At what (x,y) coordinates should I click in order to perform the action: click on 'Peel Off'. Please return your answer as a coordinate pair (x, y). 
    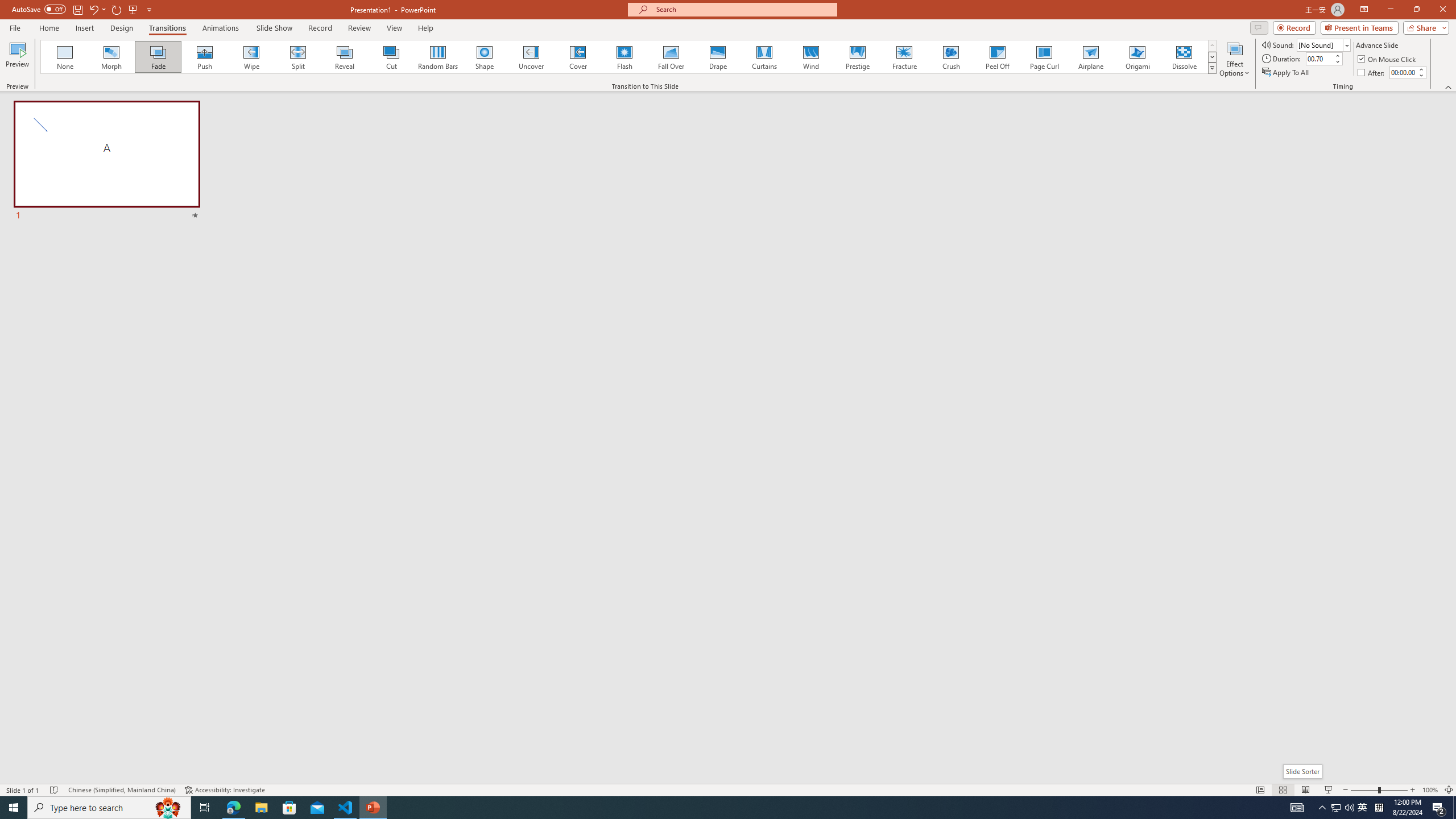
    Looking at the image, I should click on (996, 56).